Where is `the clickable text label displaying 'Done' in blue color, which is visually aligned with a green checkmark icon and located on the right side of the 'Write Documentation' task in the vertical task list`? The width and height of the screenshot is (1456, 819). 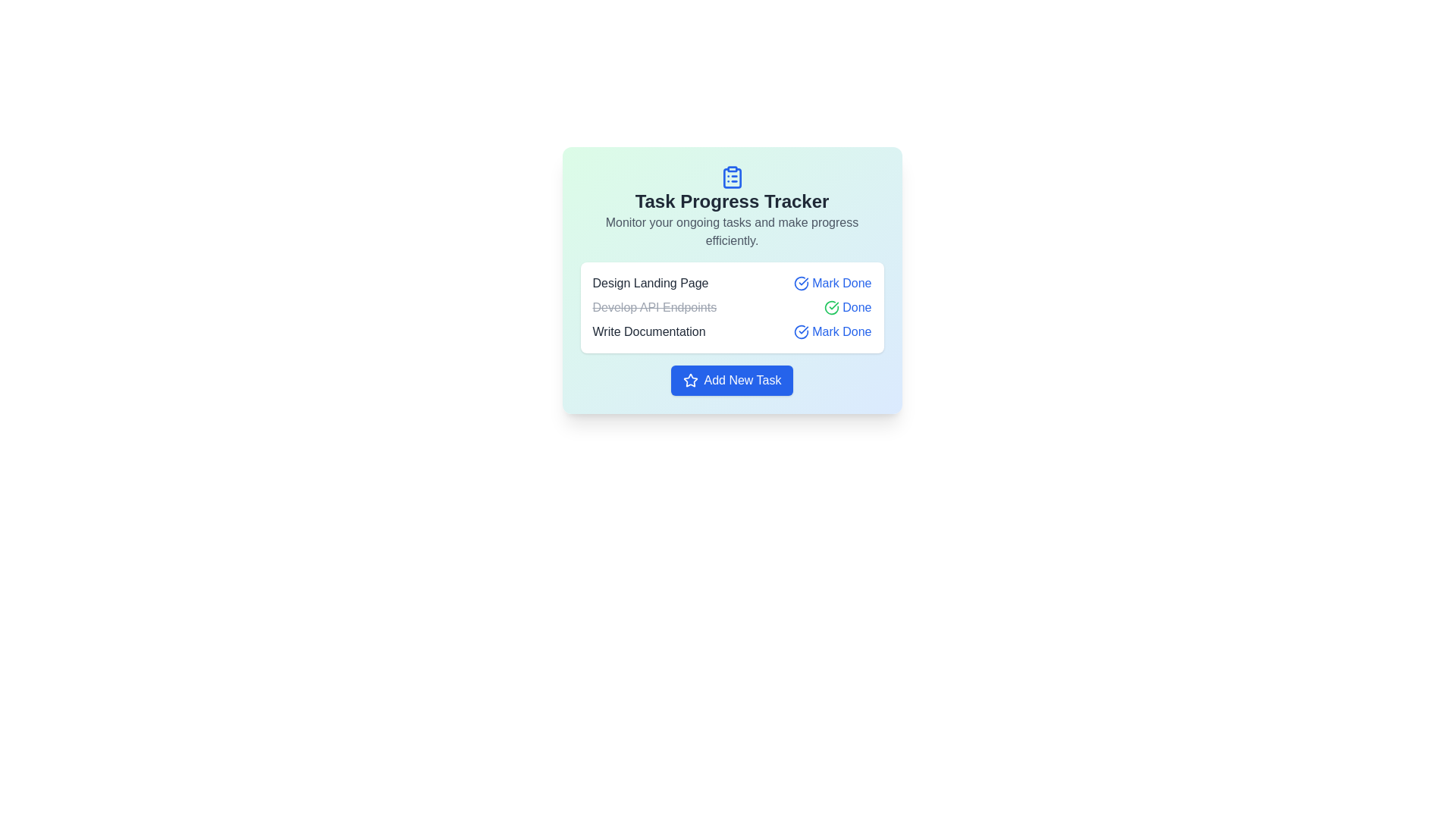 the clickable text label displaying 'Done' in blue color, which is visually aligned with a green checkmark icon and located on the right side of the 'Write Documentation' task in the vertical task list is located at coordinates (857, 307).